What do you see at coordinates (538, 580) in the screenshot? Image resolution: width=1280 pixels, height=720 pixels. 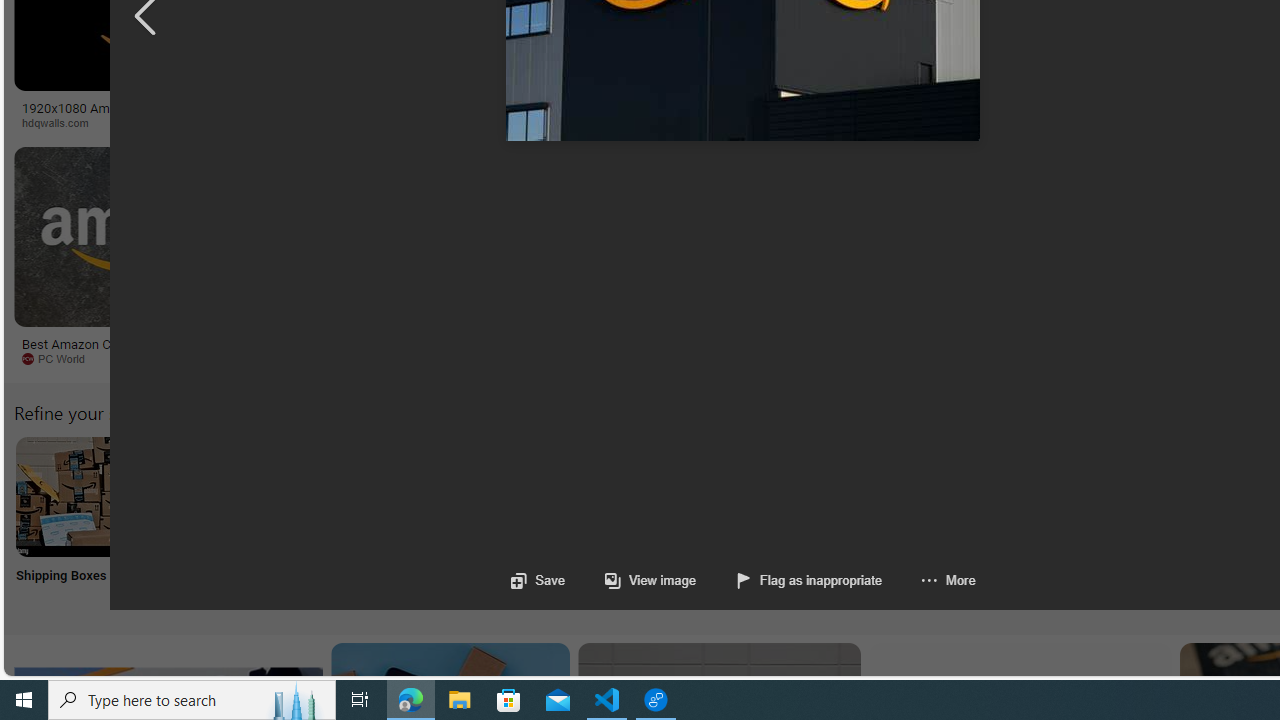 I see `'Save'` at bounding box center [538, 580].